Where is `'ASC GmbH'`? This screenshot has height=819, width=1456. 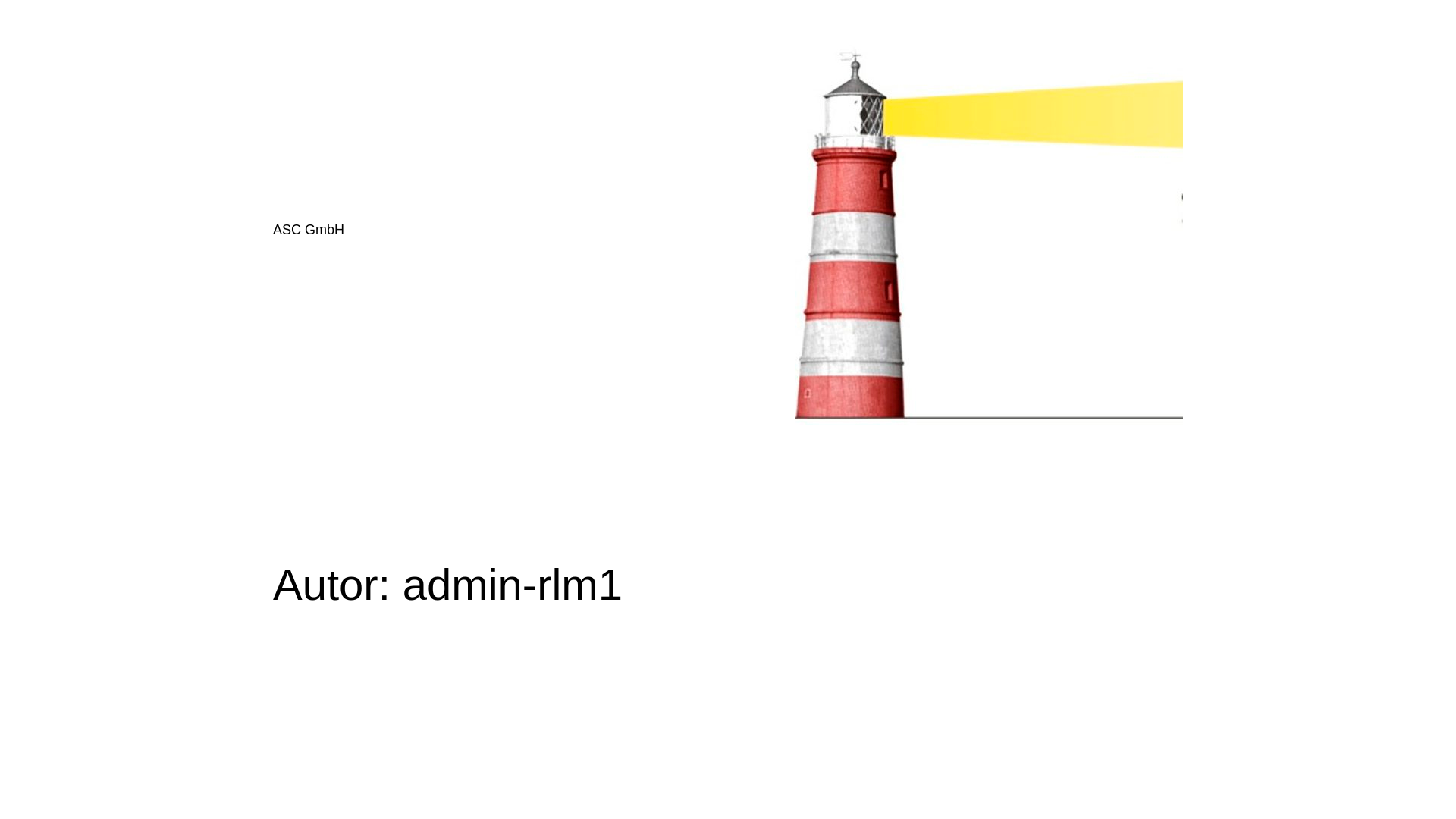
'ASC GmbH' is located at coordinates (308, 230).